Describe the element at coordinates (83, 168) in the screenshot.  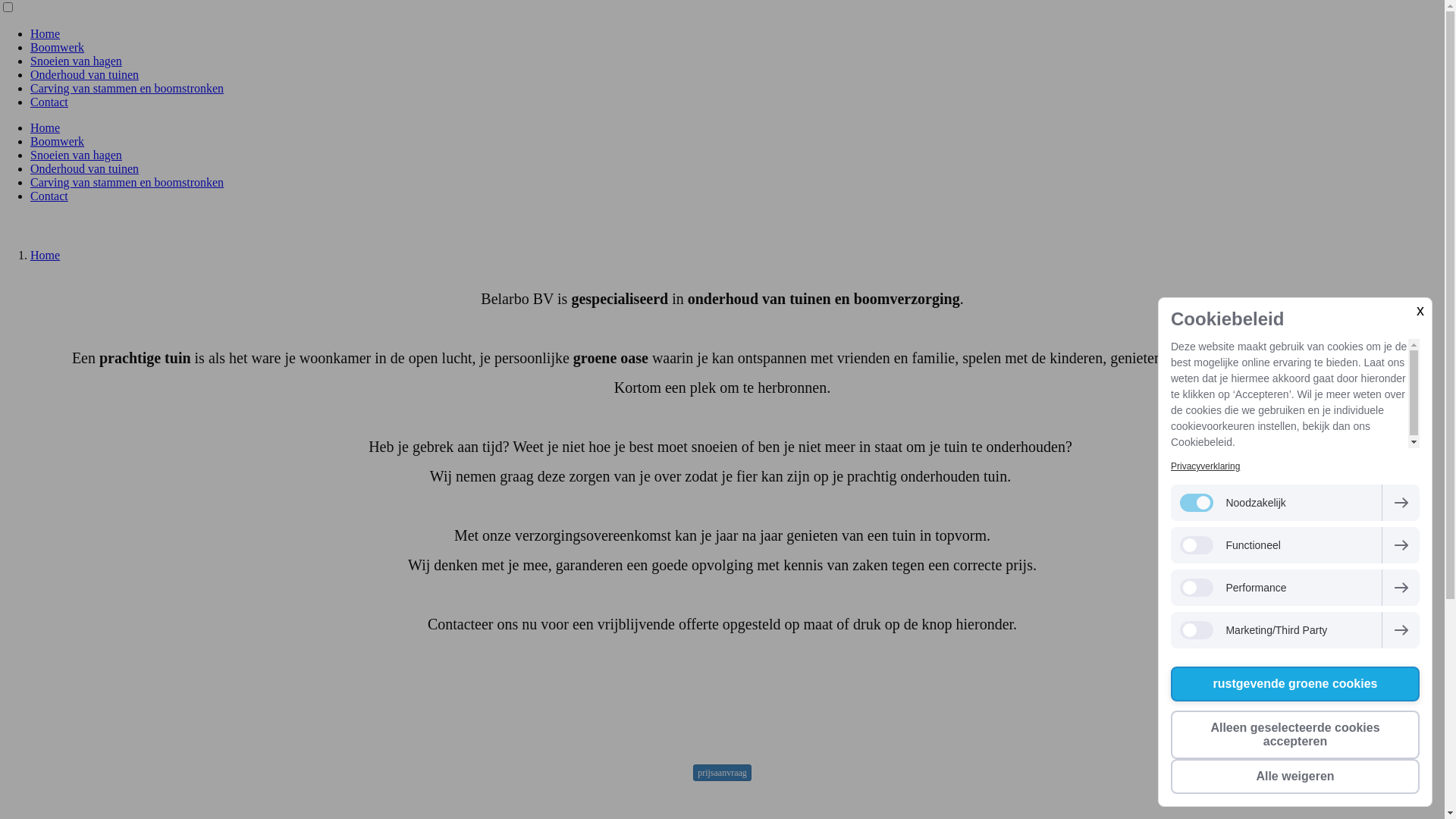
I see `'Onderhoud van tuinen'` at that location.